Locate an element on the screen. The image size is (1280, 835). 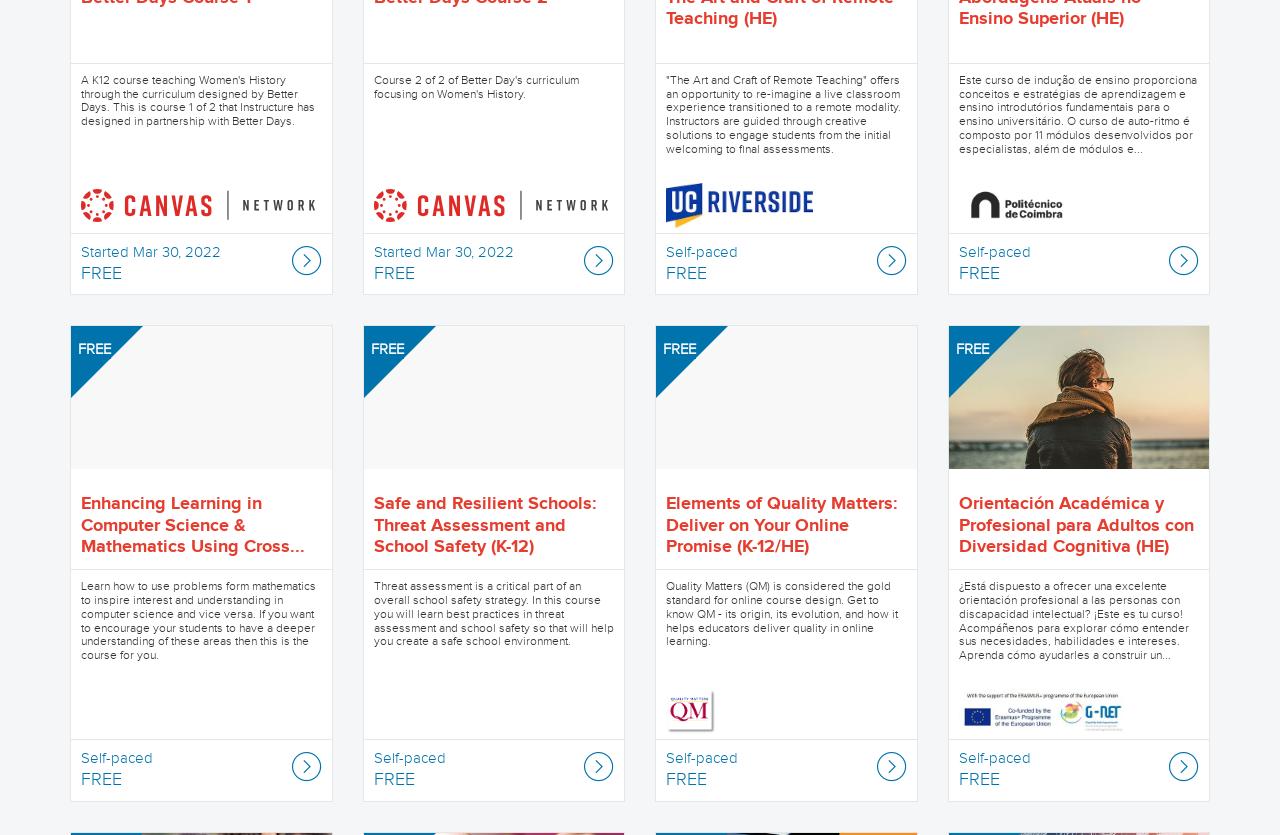
'A K12 course teaching Women's History through the curriculum designed by Better Days. This is course 1 of 2 that Instructure has designed in partnership with Better Days.' is located at coordinates (198, 99).